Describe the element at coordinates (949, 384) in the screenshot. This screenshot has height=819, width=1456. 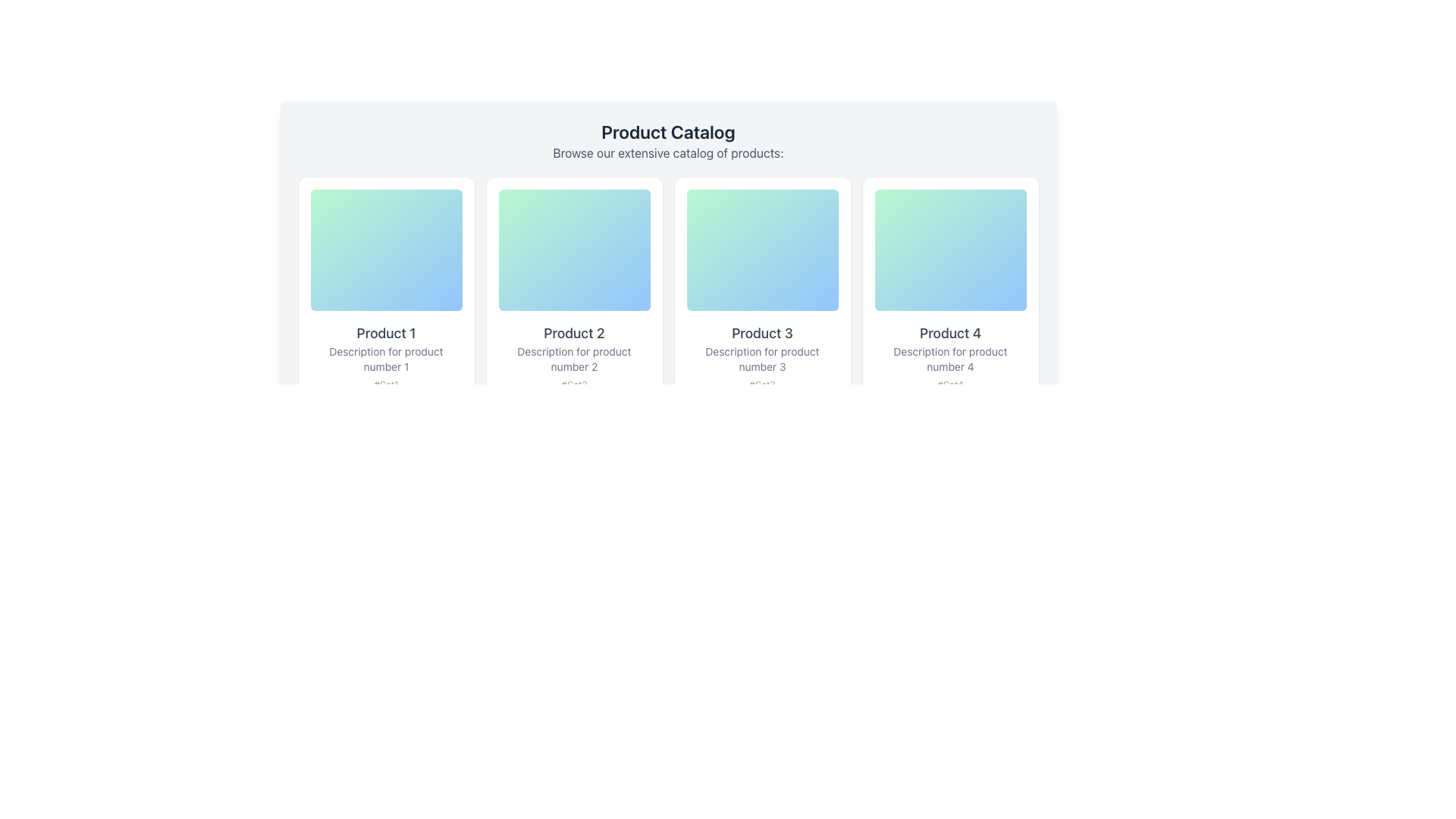
I see `the static text label located in the fourth product card, which provides category or tag information for the product` at that location.